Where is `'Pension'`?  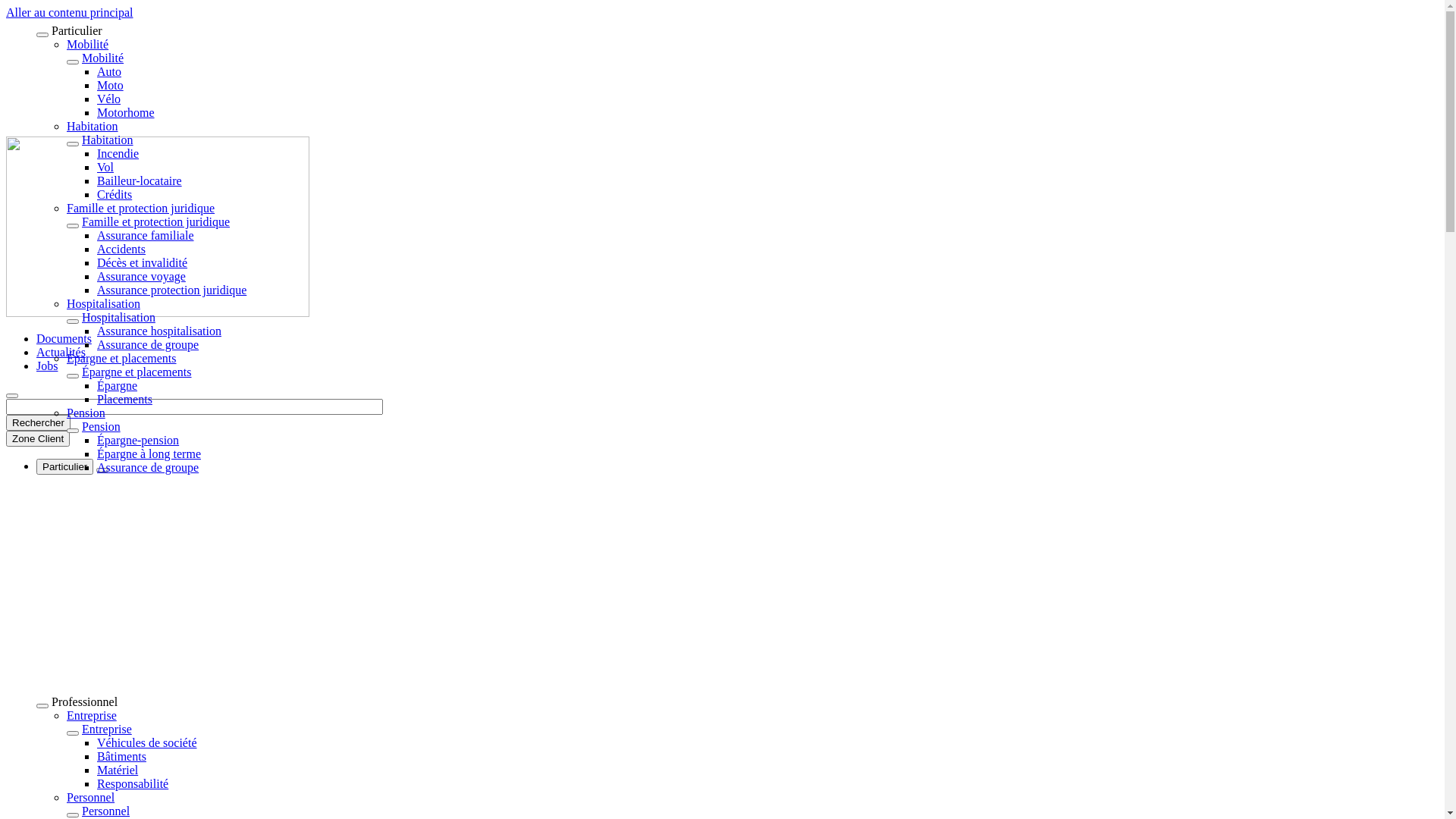
'Pension' is located at coordinates (81, 426).